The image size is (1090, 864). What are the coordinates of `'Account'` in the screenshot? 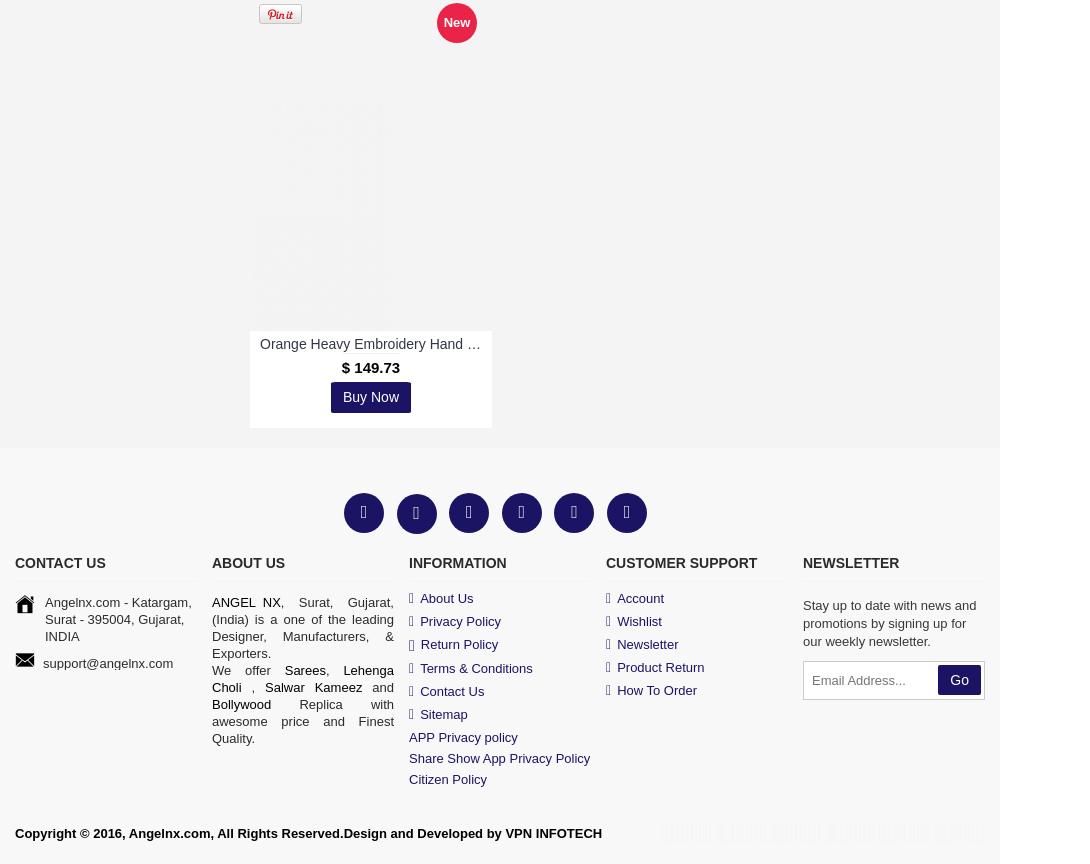 It's located at (640, 597).